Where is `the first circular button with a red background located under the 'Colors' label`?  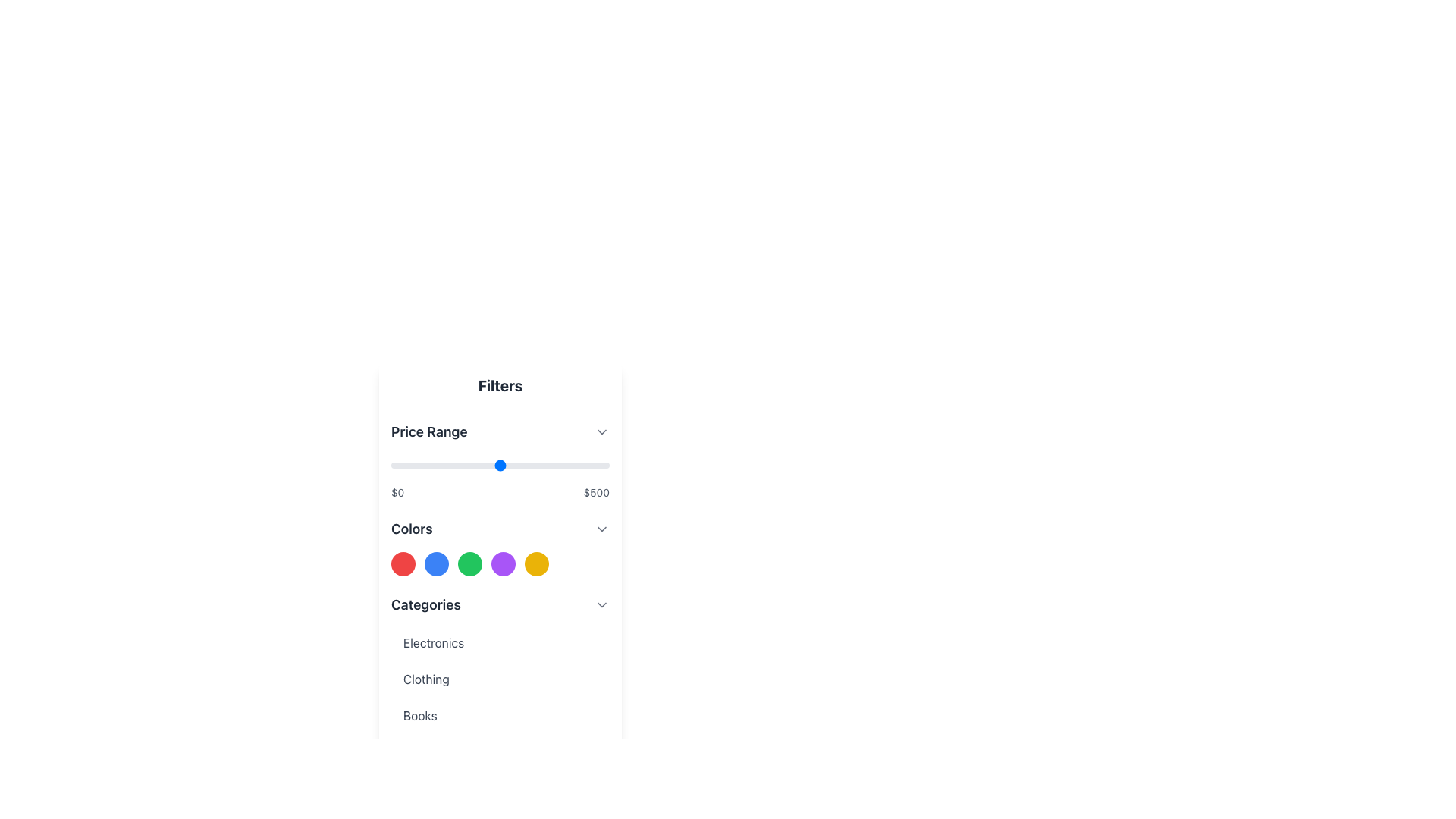 the first circular button with a red background located under the 'Colors' label is located at coordinates (403, 564).